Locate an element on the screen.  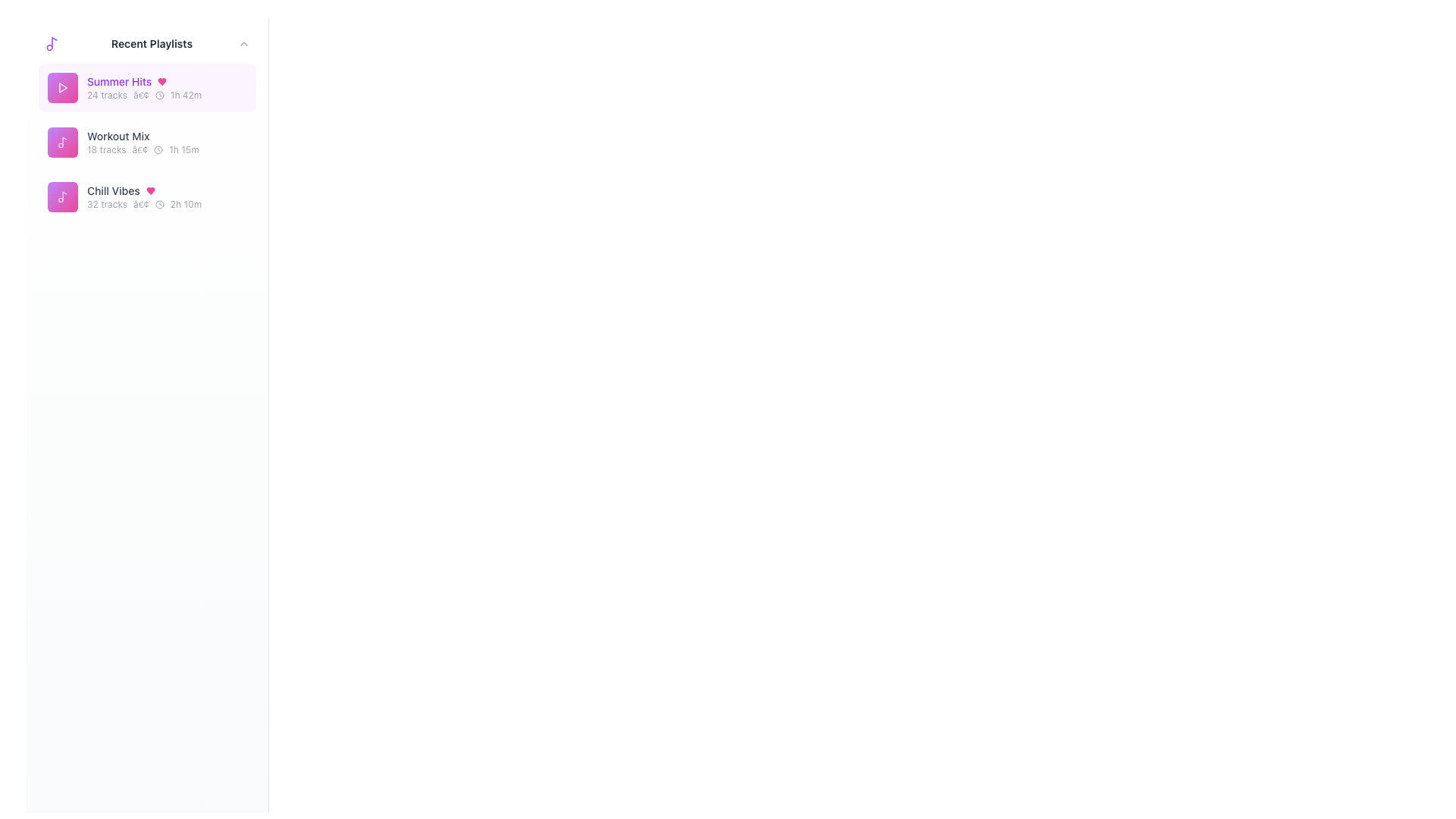
the musical note icon, which is a translucent graphical element with a white outline set against a gradient purple to pink background, located in the second item of the vertical playlist list is located at coordinates (61, 196).